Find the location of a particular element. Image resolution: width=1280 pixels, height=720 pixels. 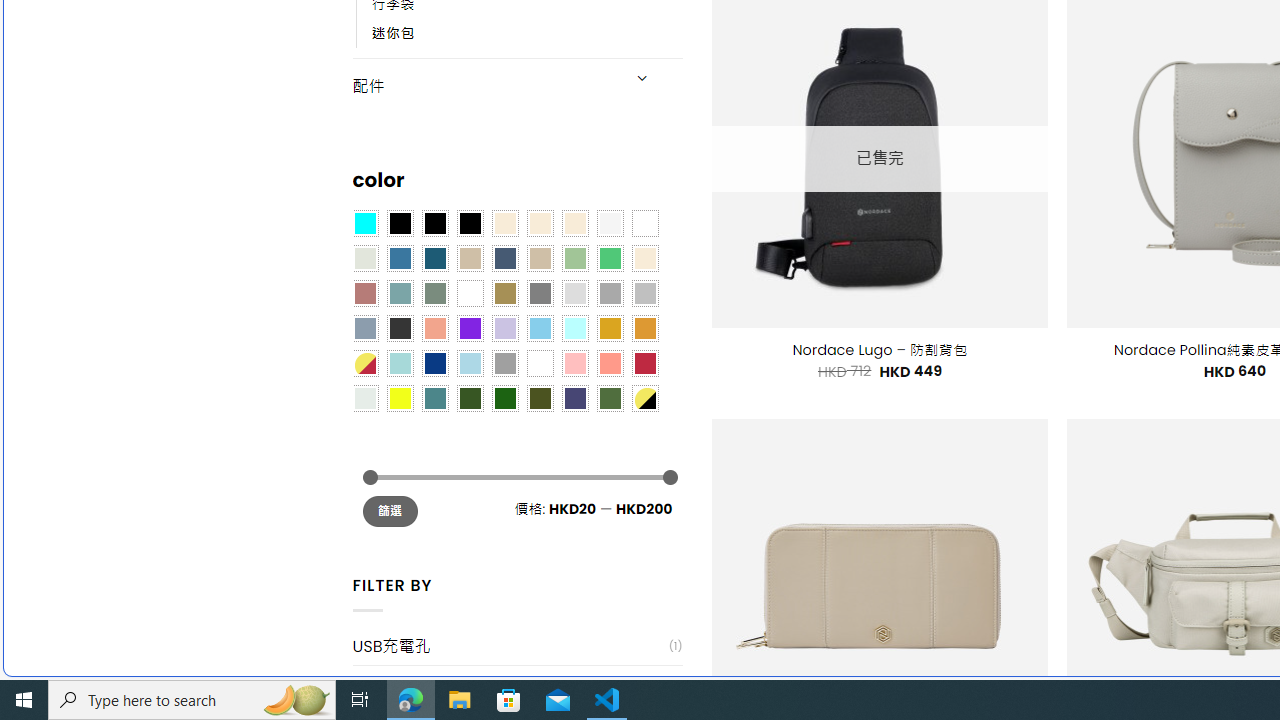

'Dull Nickle' is located at coordinates (364, 398).